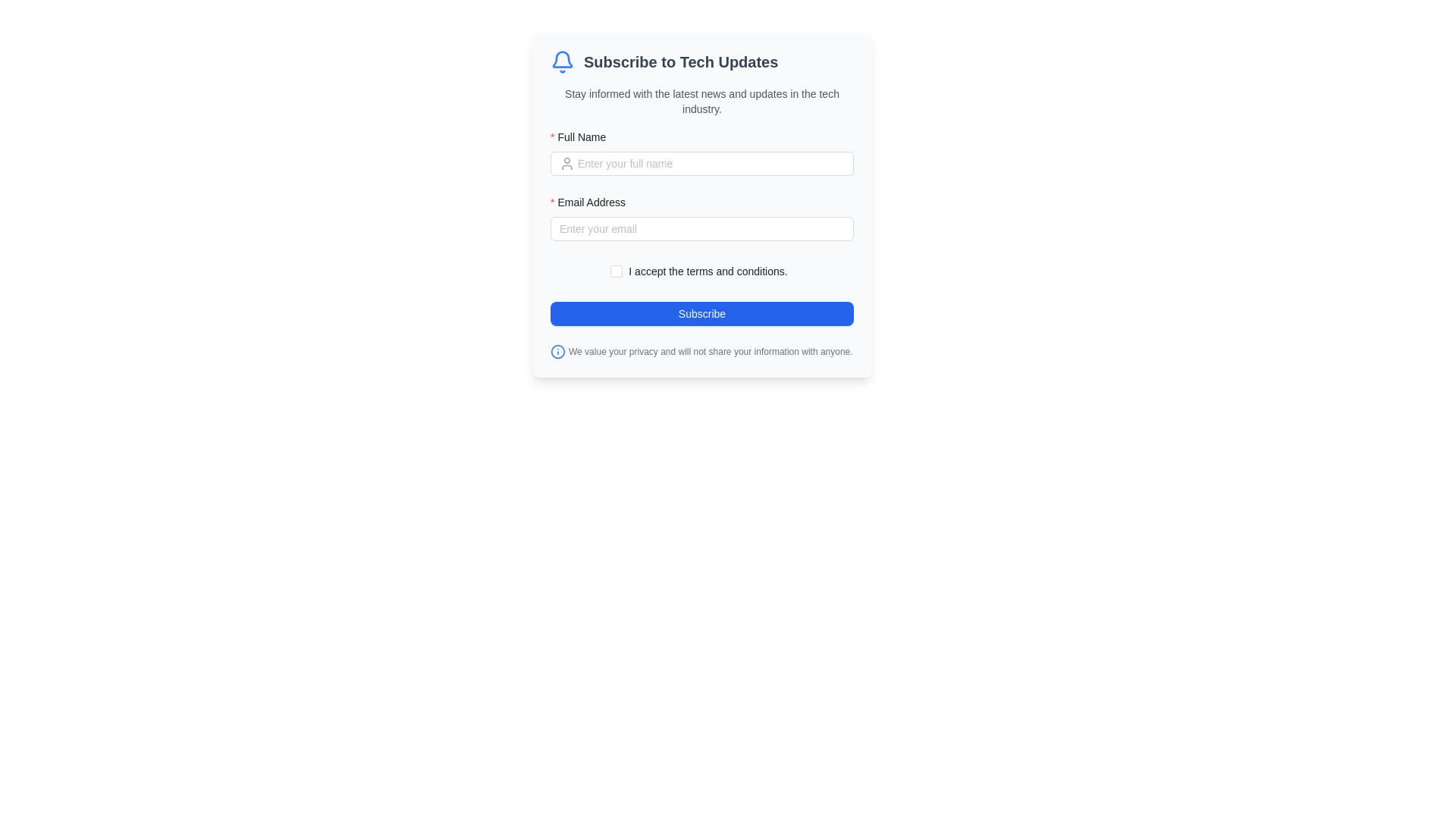 The image size is (1456, 819). Describe the element at coordinates (562, 61) in the screenshot. I see `the bell icon that signifies notifications, located to the left of the text 'Subscribe to Tech Updates'` at that location.